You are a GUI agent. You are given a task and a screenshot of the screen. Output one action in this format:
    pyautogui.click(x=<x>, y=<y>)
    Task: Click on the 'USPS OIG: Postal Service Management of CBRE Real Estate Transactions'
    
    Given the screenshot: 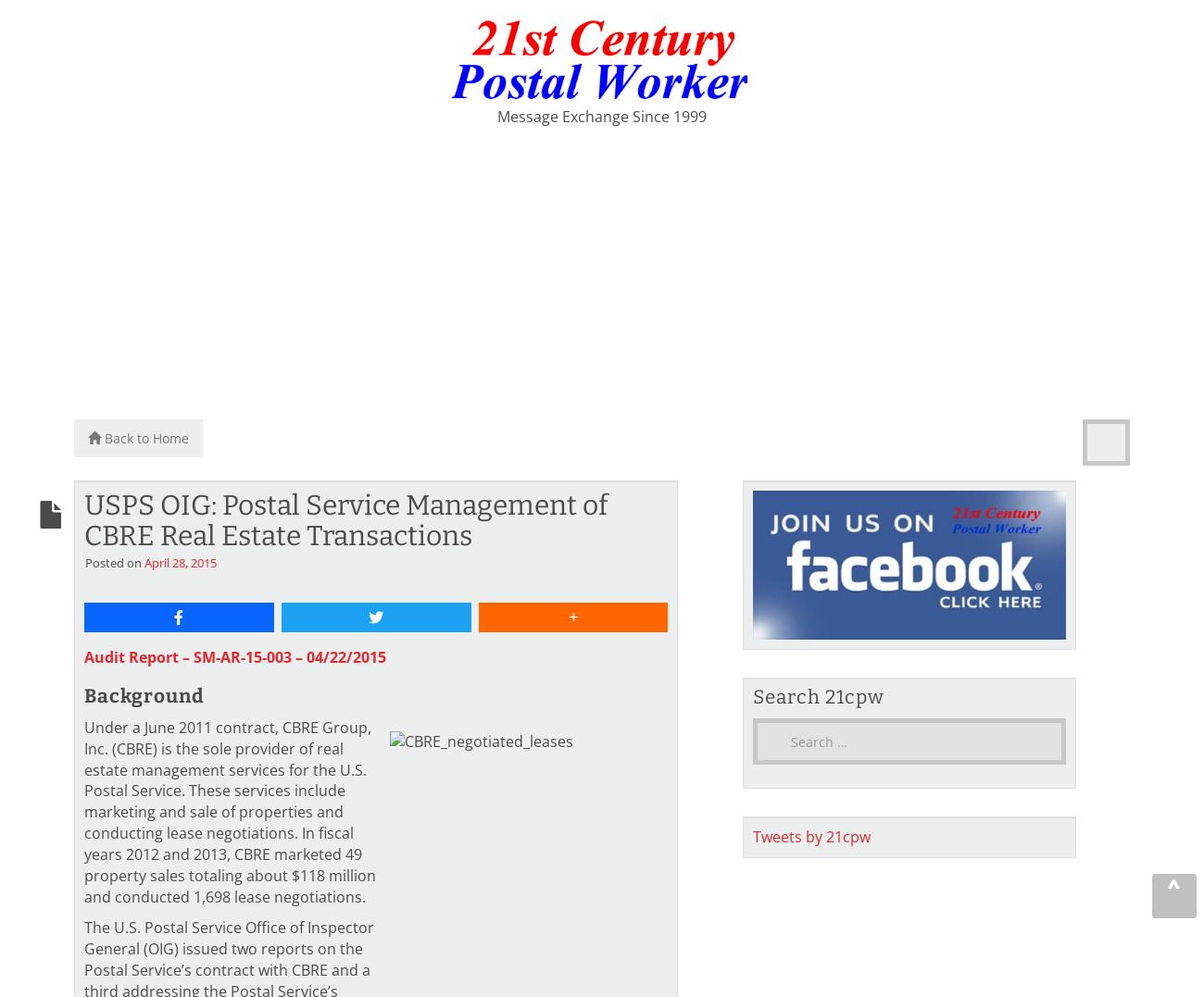 What is the action you would take?
    pyautogui.click(x=345, y=519)
    